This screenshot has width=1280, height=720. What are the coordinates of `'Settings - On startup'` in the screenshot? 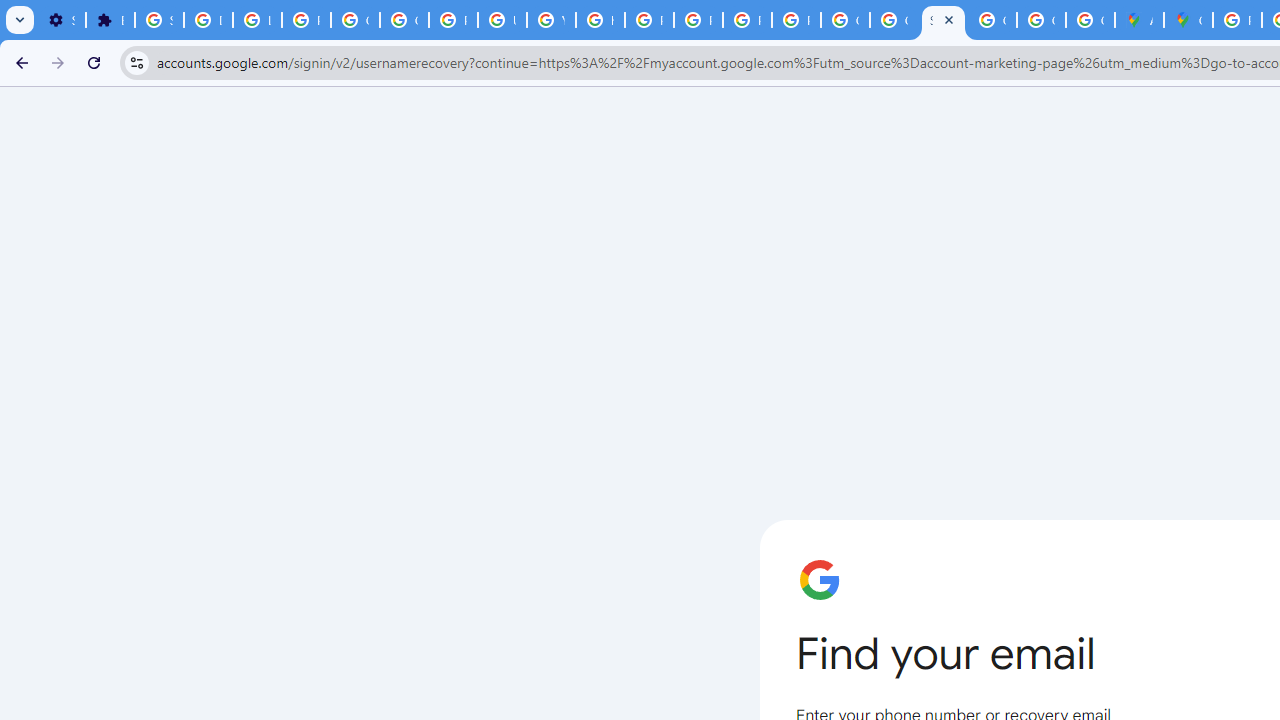 It's located at (61, 20).